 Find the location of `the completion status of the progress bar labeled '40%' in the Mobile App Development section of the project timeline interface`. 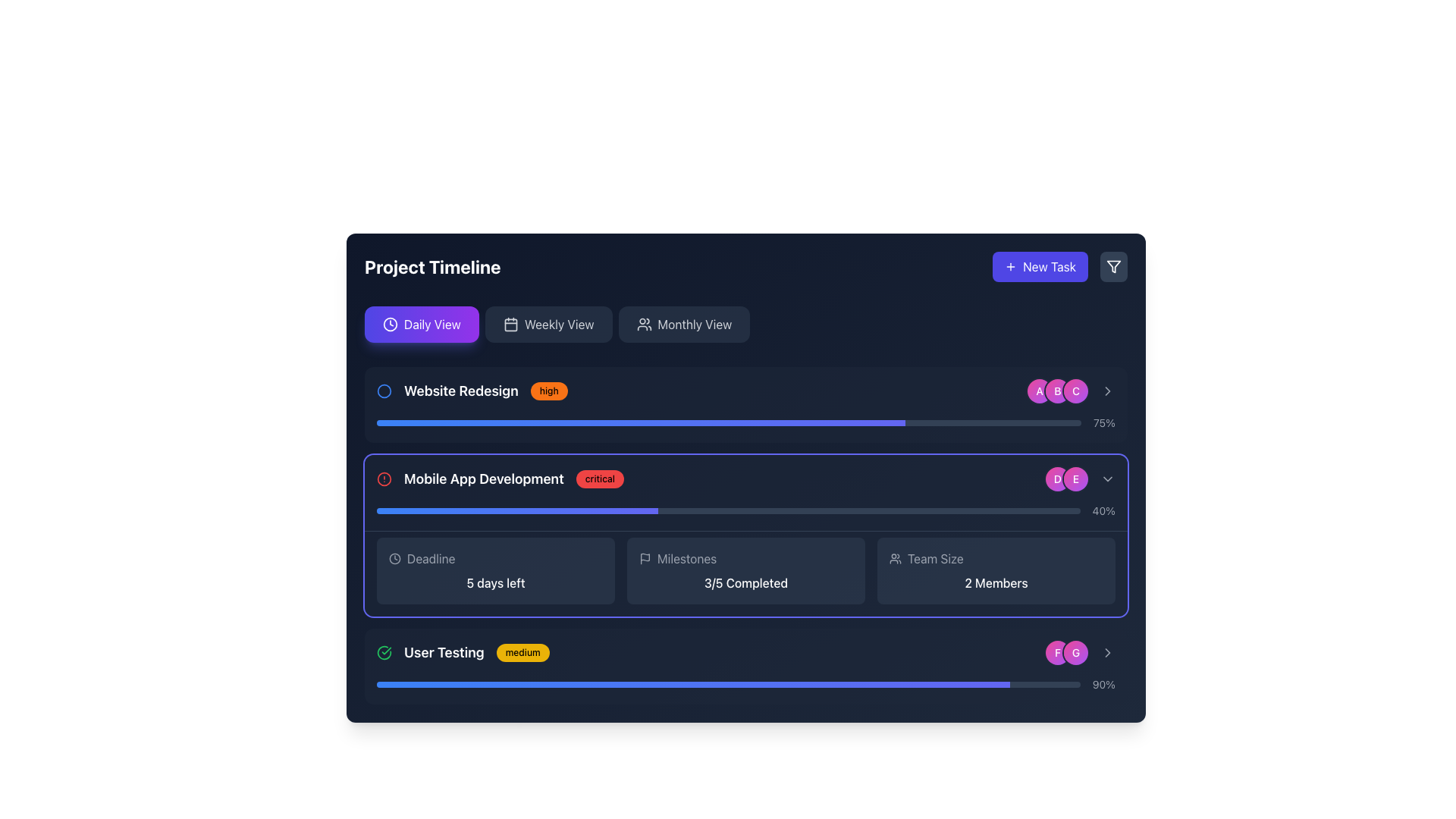

the completion status of the progress bar labeled '40%' in the Mobile App Development section of the project timeline interface is located at coordinates (745, 511).